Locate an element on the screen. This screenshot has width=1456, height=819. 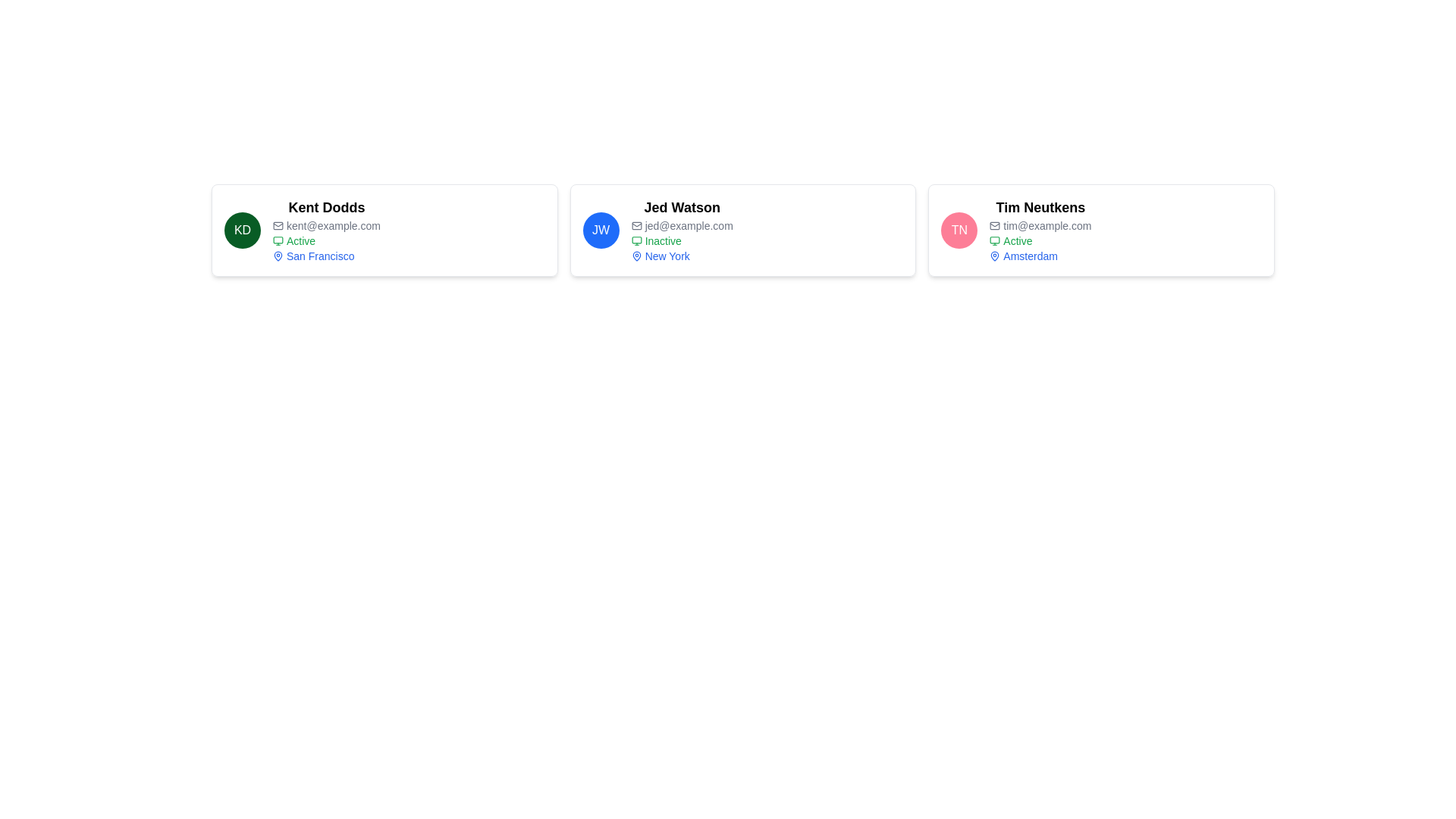
the blue outlined map pin icon located to the left of the text 'San Francisco' in the user card for 'Kent Dodds' is located at coordinates (278, 256).